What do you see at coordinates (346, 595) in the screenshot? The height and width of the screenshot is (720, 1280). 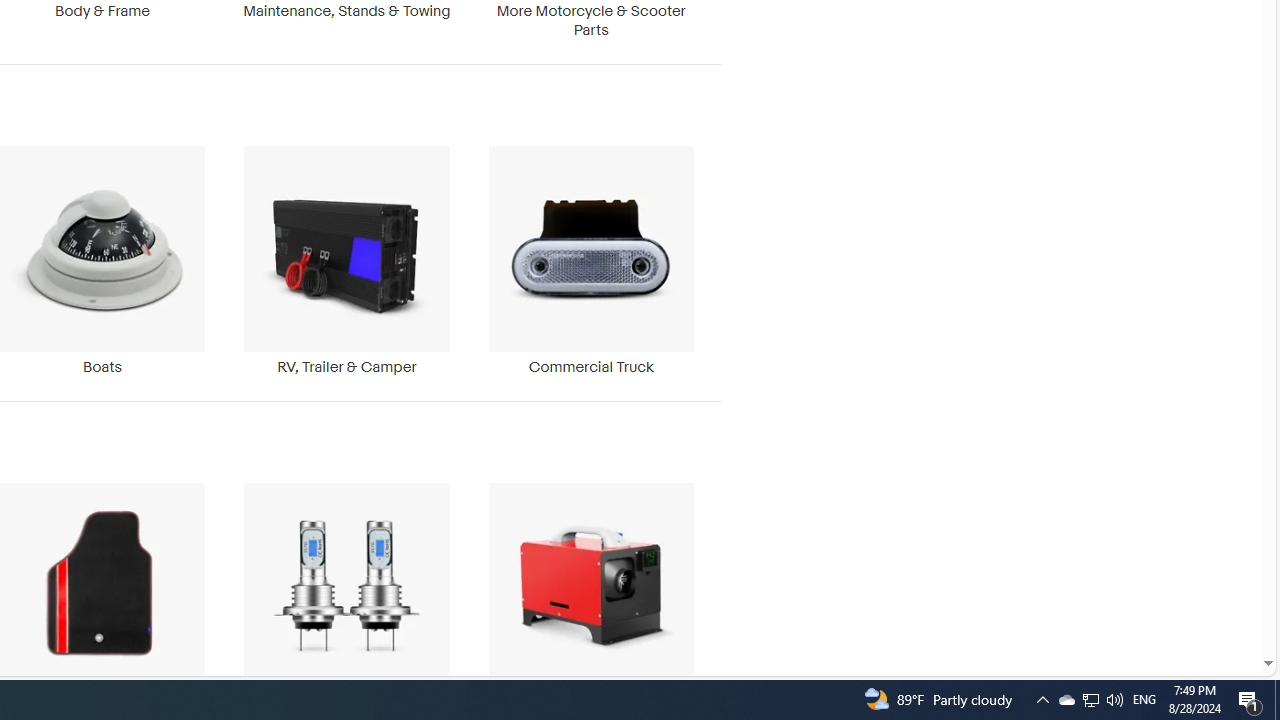 I see `'Lighting & Lamps'` at bounding box center [346, 595].